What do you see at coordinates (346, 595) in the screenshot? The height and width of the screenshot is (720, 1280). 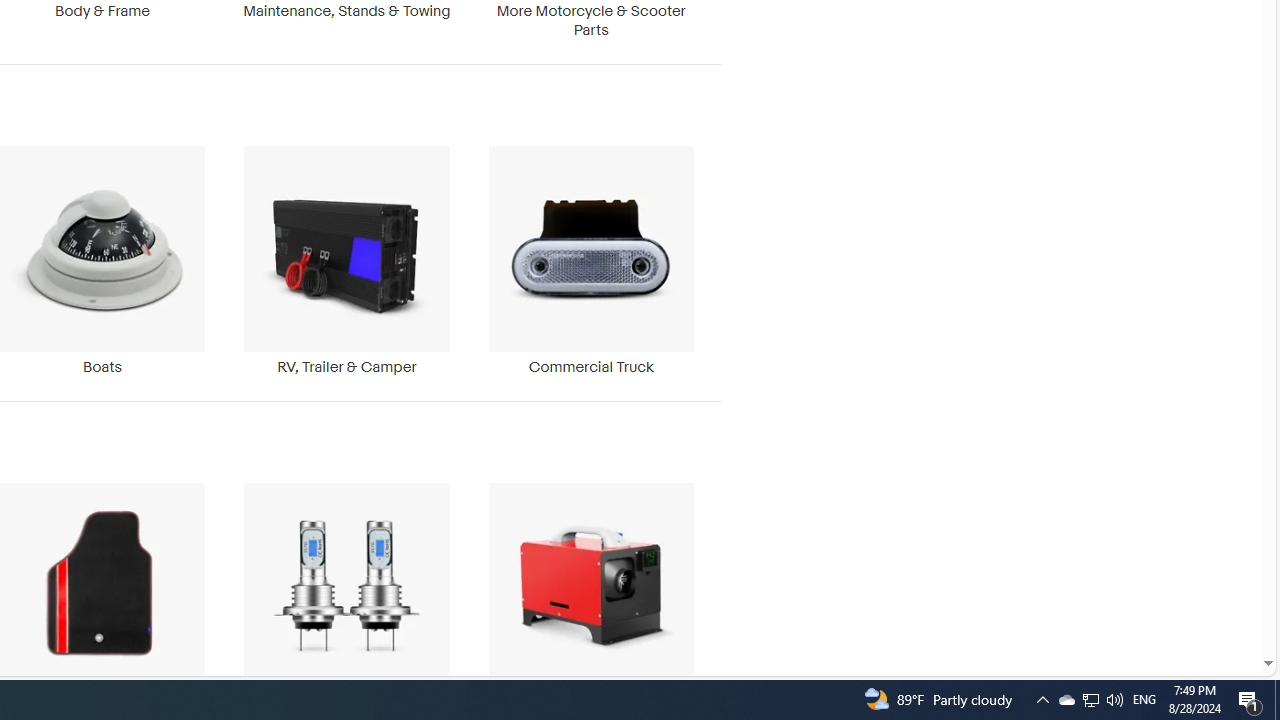 I see `'Lighting & Lamps'` at bounding box center [346, 595].